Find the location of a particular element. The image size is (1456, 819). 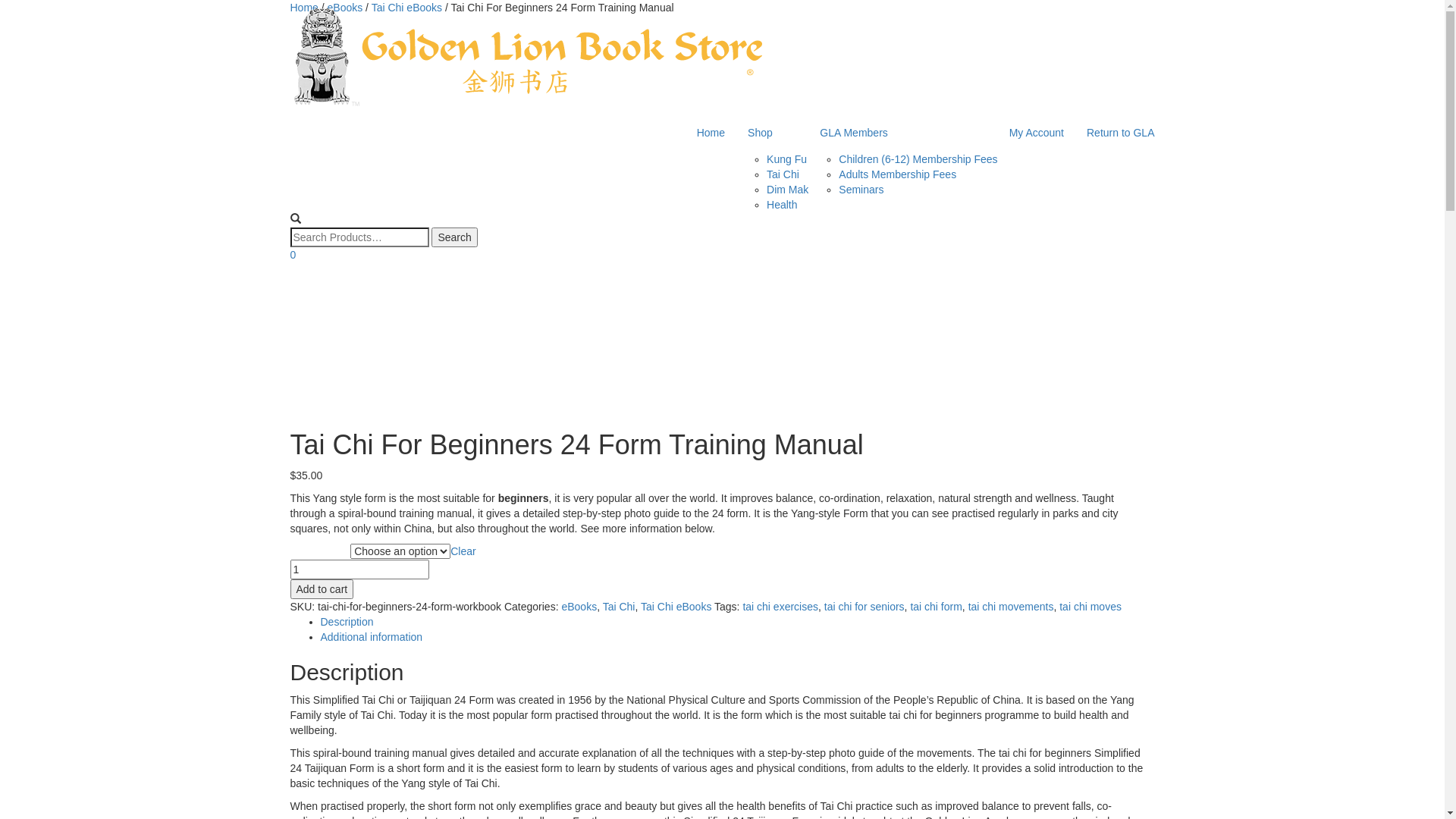

'Tai Chi' is located at coordinates (602, 605).